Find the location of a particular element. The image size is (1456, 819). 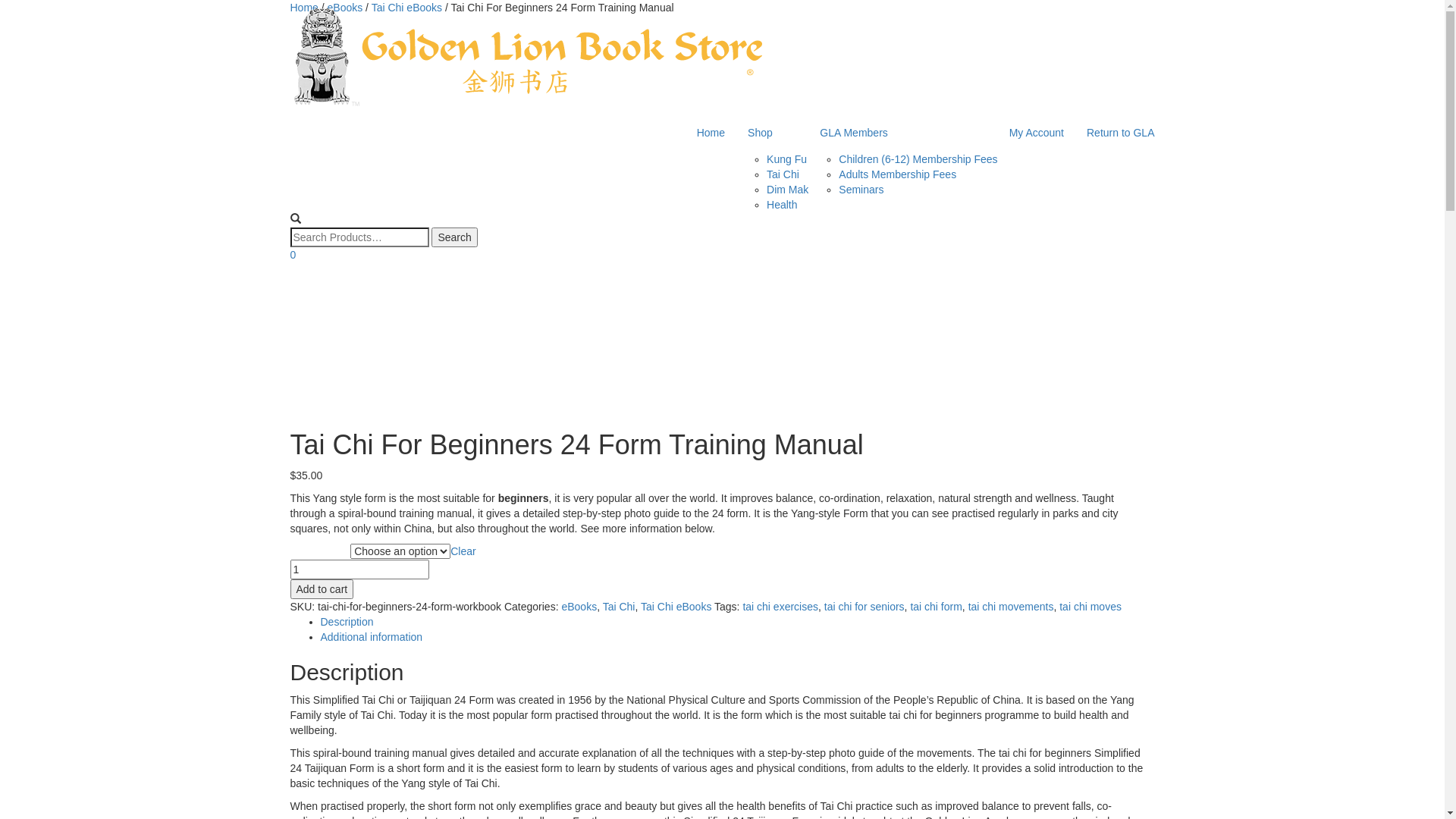

'Tai Chi' is located at coordinates (602, 605).